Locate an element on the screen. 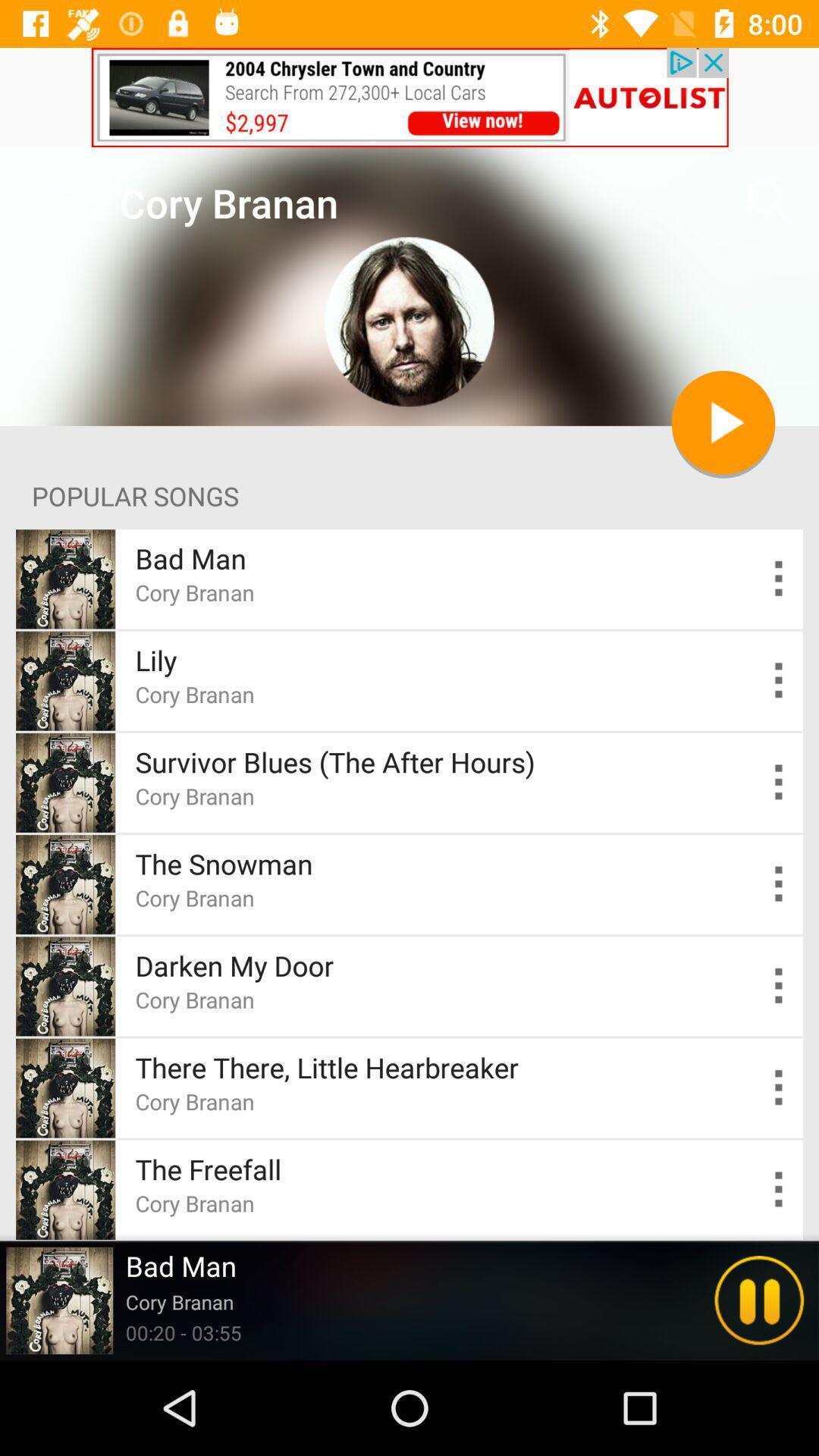 This screenshot has height=1456, width=819. the more icon is located at coordinates (779, 1189).